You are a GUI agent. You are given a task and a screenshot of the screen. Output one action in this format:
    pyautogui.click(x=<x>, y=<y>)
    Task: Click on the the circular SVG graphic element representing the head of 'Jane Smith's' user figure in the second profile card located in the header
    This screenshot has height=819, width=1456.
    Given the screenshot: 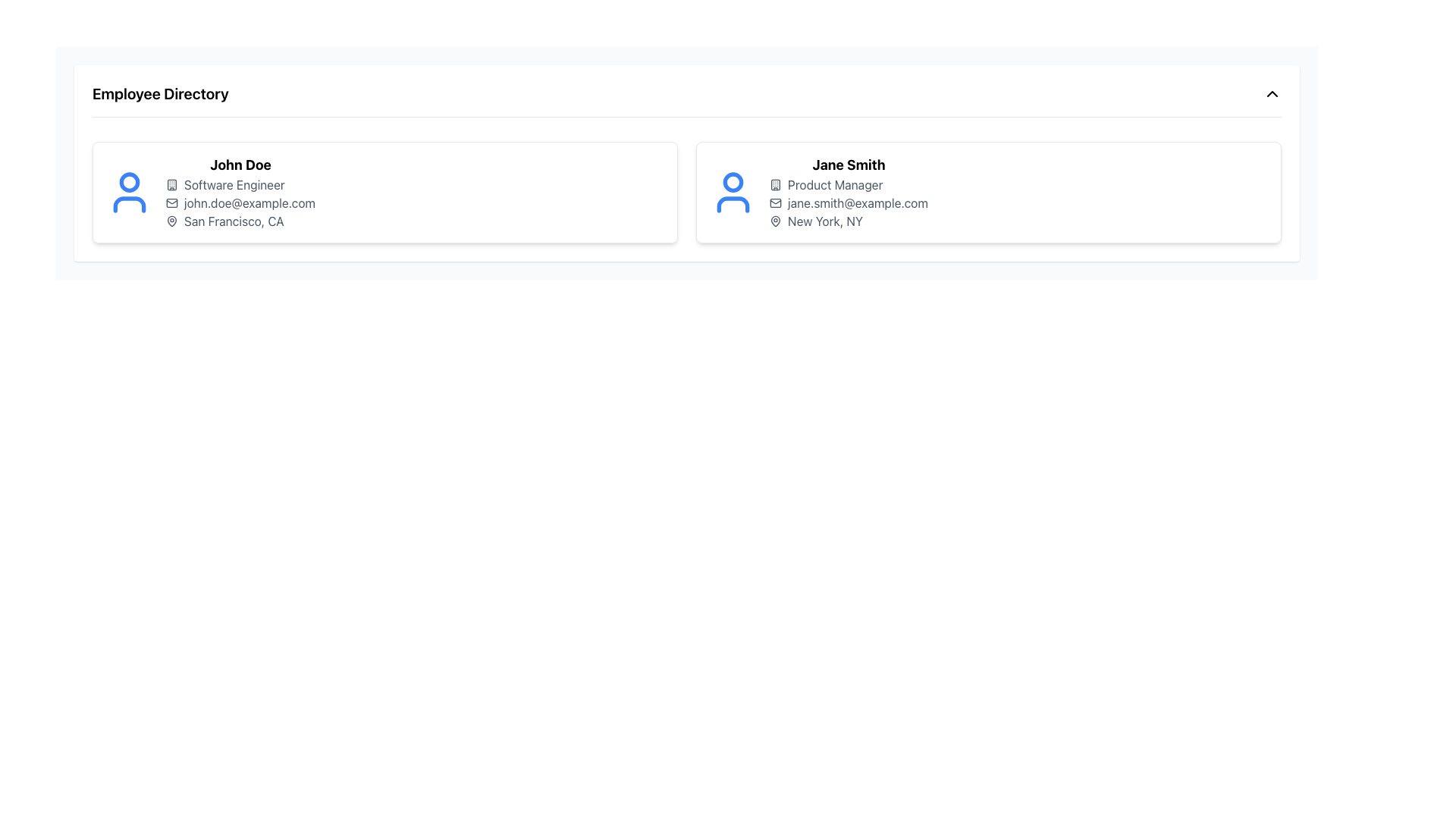 What is the action you would take?
    pyautogui.click(x=733, y=180)
    